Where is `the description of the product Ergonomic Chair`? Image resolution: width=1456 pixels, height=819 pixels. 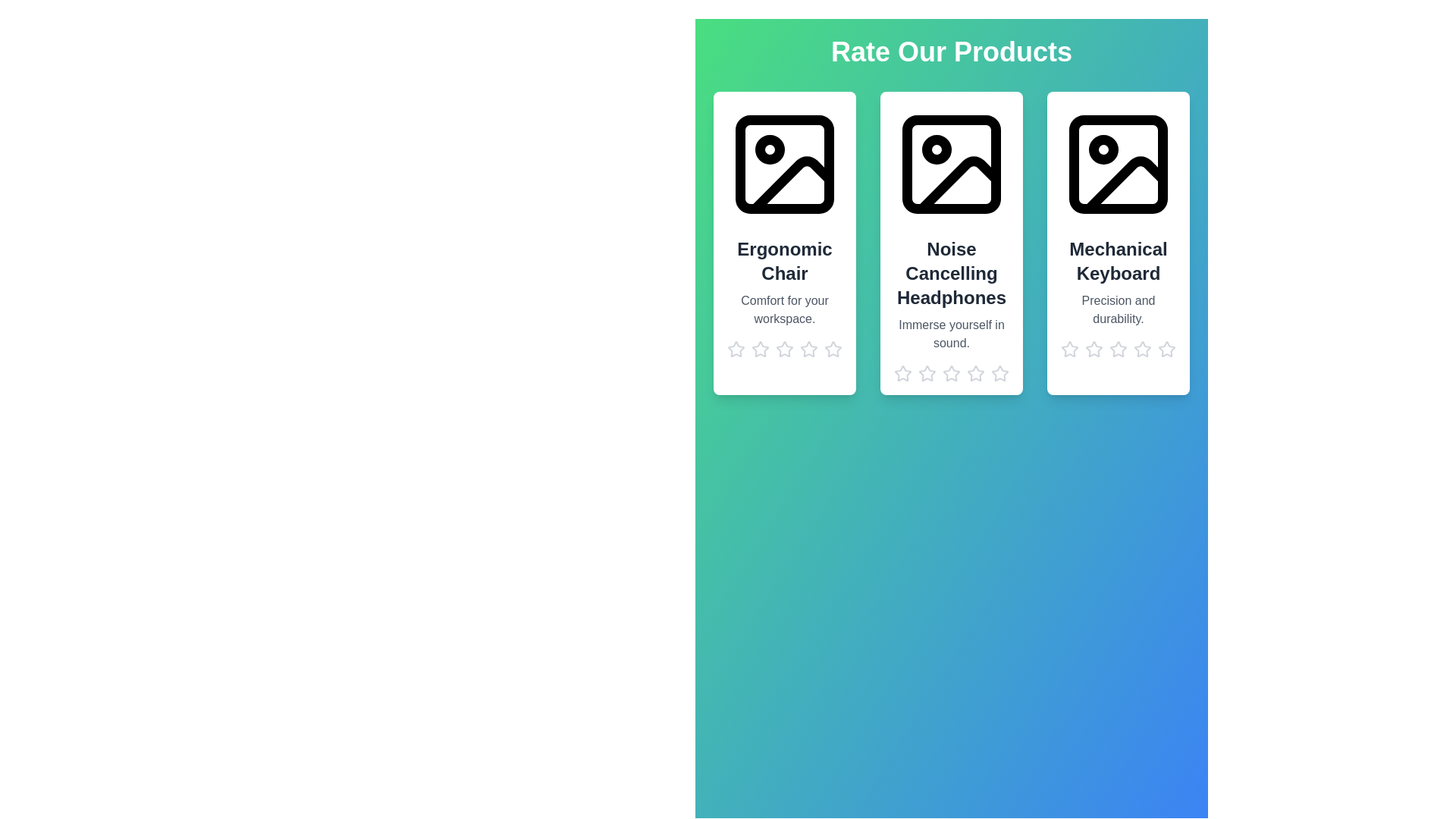
the description of the product Ergonomic Chair is located at coordinates (785, 309).